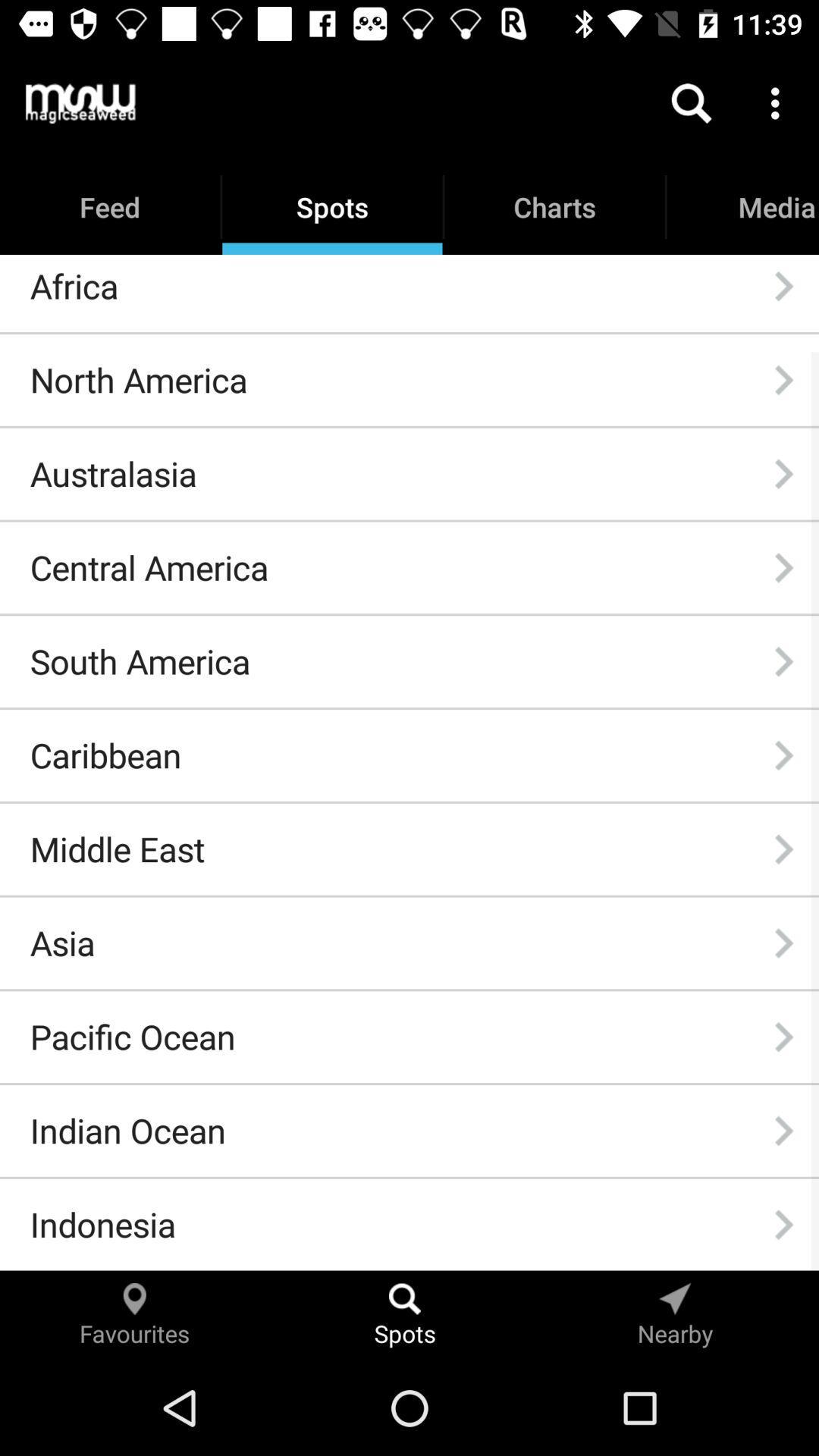  I want to click on icon to the right of australasia item, so click(783, 473).